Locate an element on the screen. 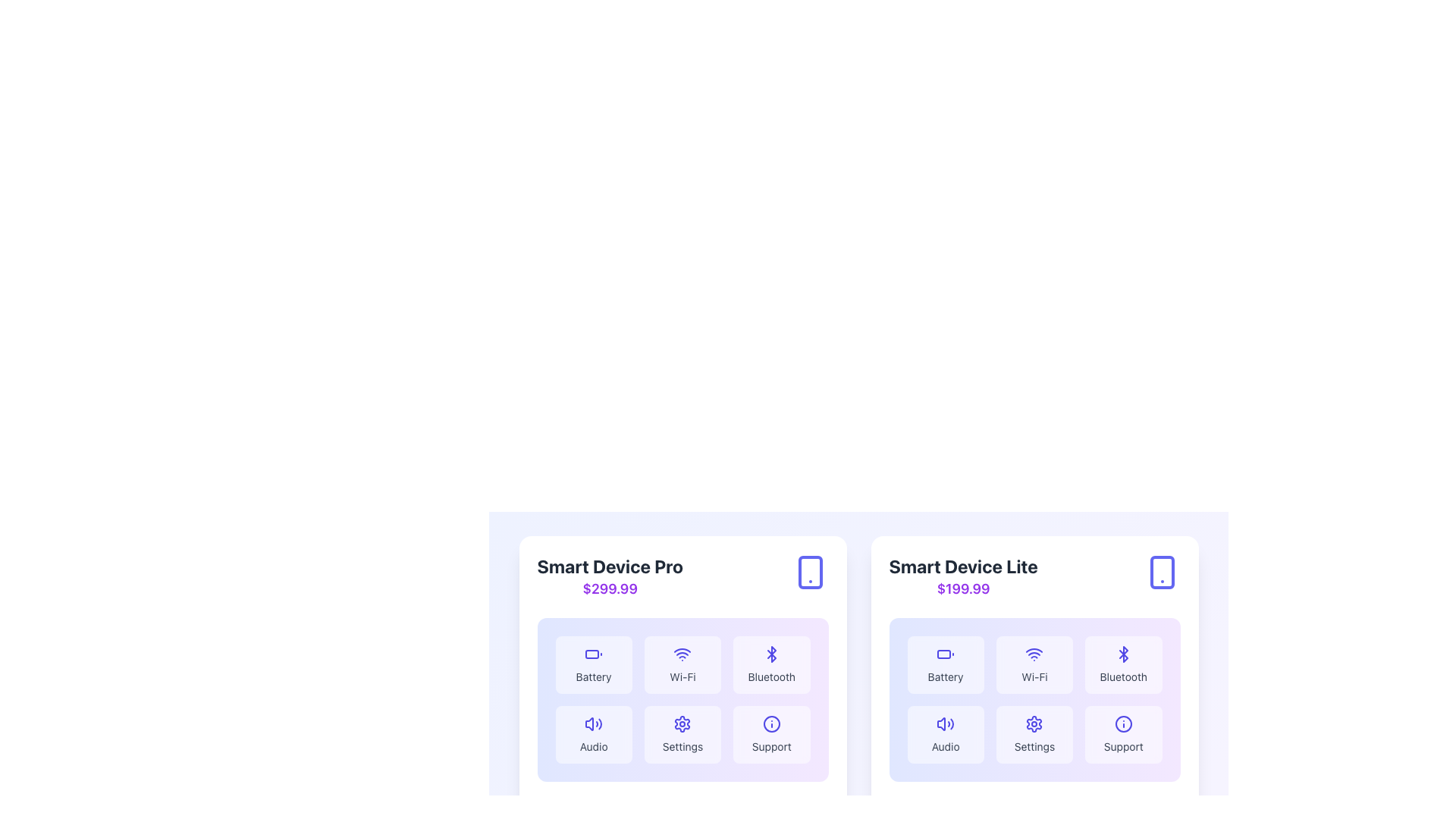 The height and width of the screenshot is (819, 1456). the static text label 'Support' located at the bottom of the 'Smart Device Lite' card in the lower right corner of the interface is located at coordinates (1123, 745).